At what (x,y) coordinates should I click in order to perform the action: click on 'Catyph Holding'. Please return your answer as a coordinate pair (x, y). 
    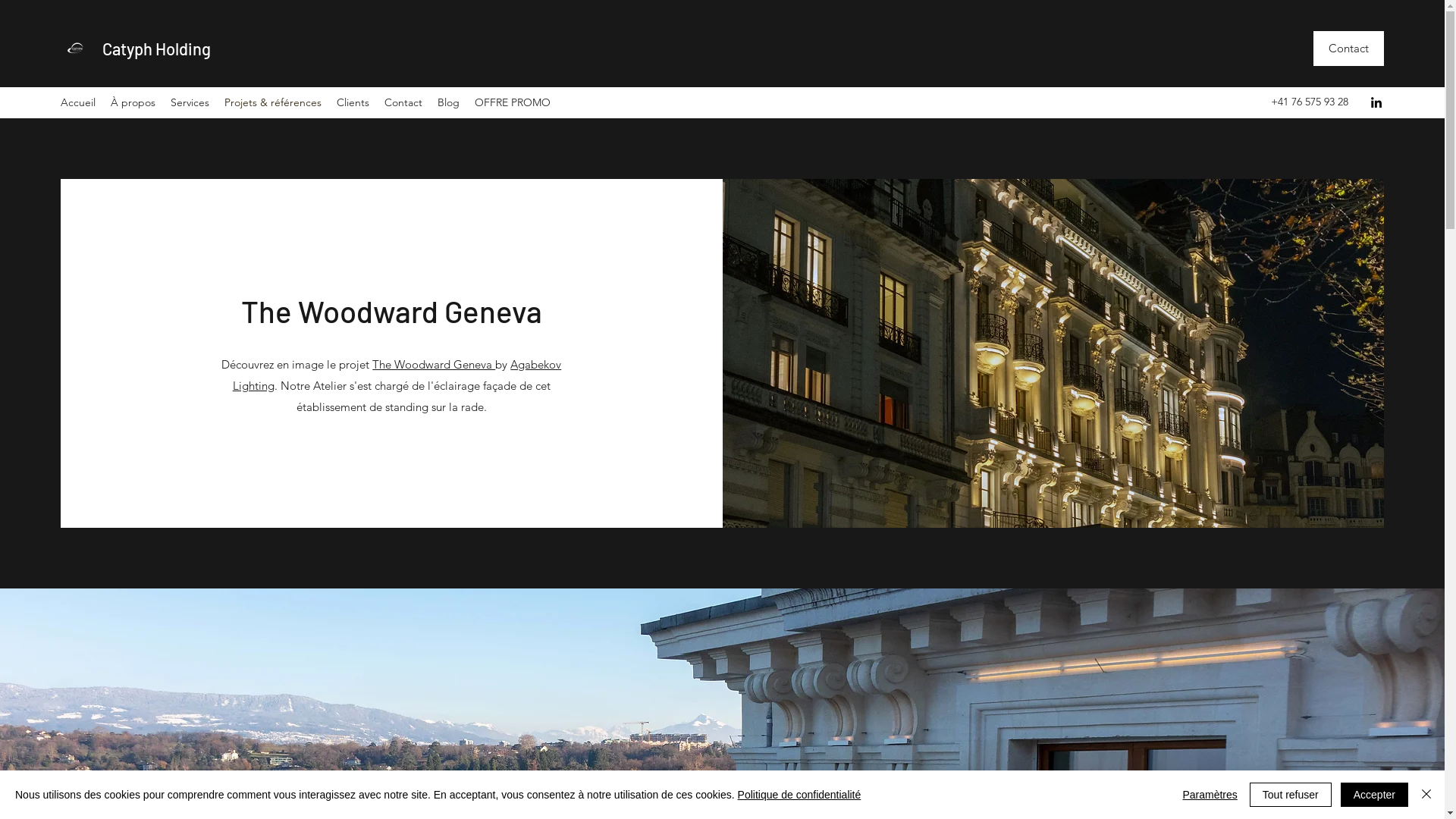
    Looking at the image, I should click on (156, 48).